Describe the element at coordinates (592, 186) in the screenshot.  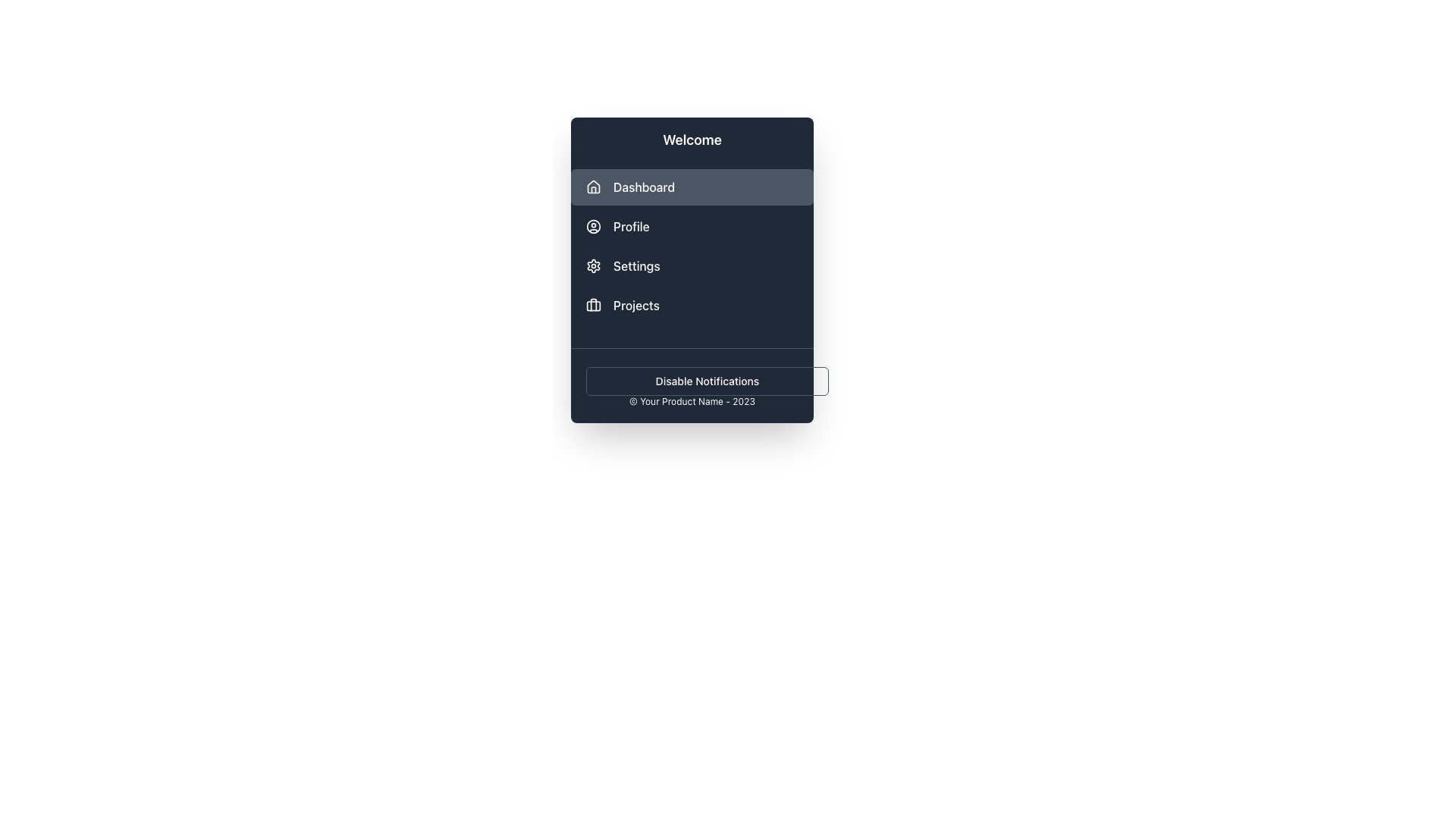
I see `the house-shaped icon located to the left of the 'Dashboard' text in the dropdown-style menu` at that location.